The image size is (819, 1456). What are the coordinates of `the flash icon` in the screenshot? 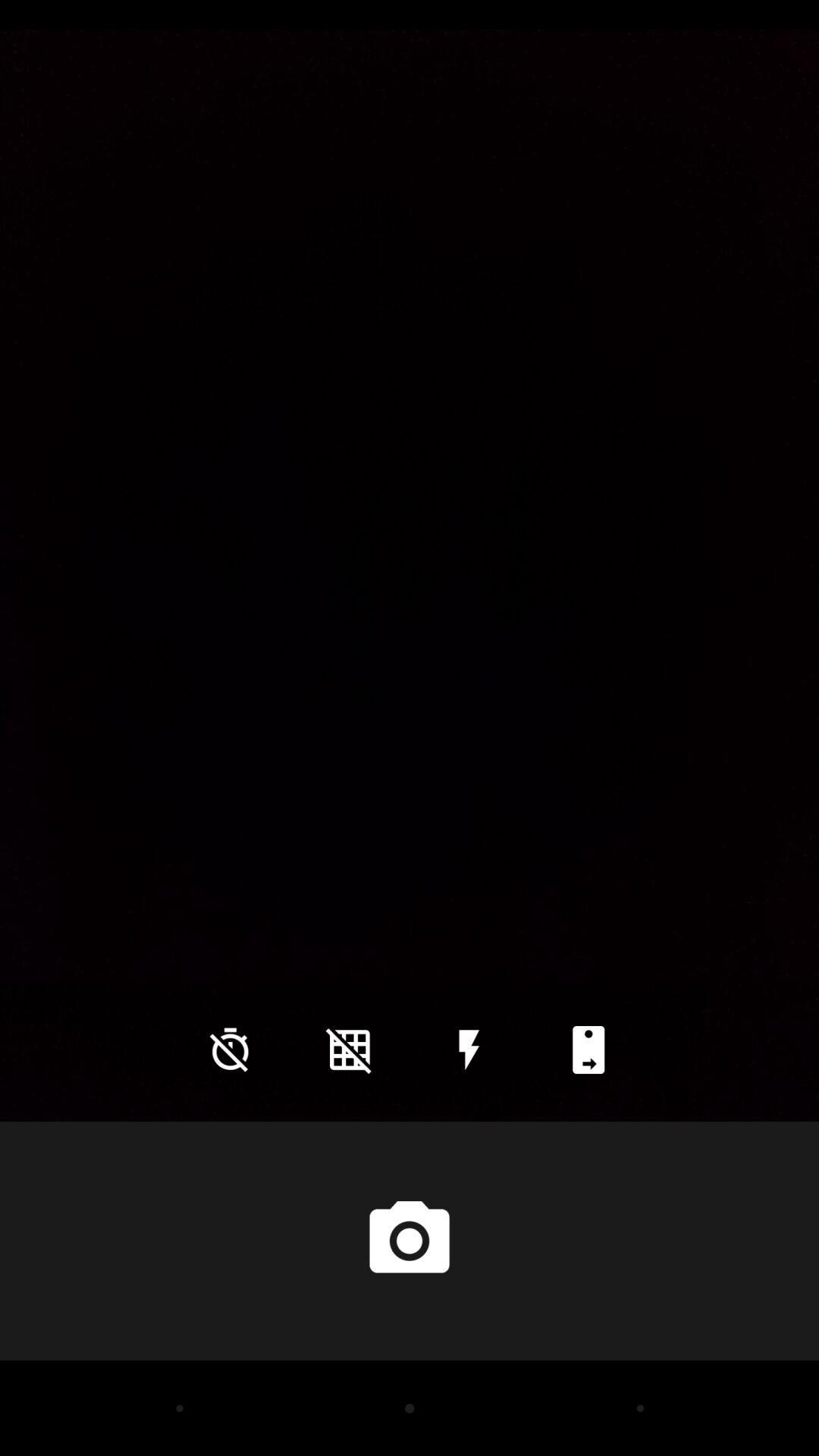 It's located at (468, 1049).